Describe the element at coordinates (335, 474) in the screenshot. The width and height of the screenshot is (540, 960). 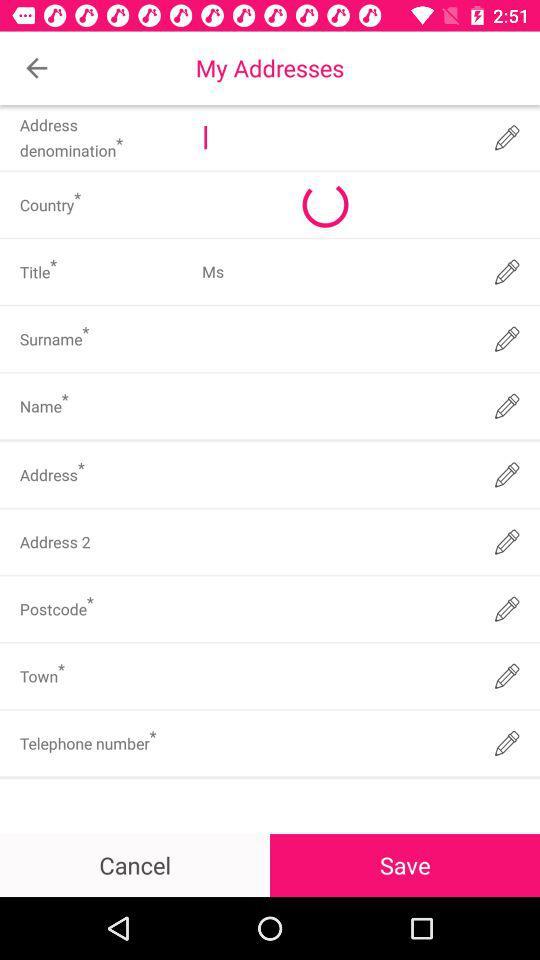
I see `address field` at that location.